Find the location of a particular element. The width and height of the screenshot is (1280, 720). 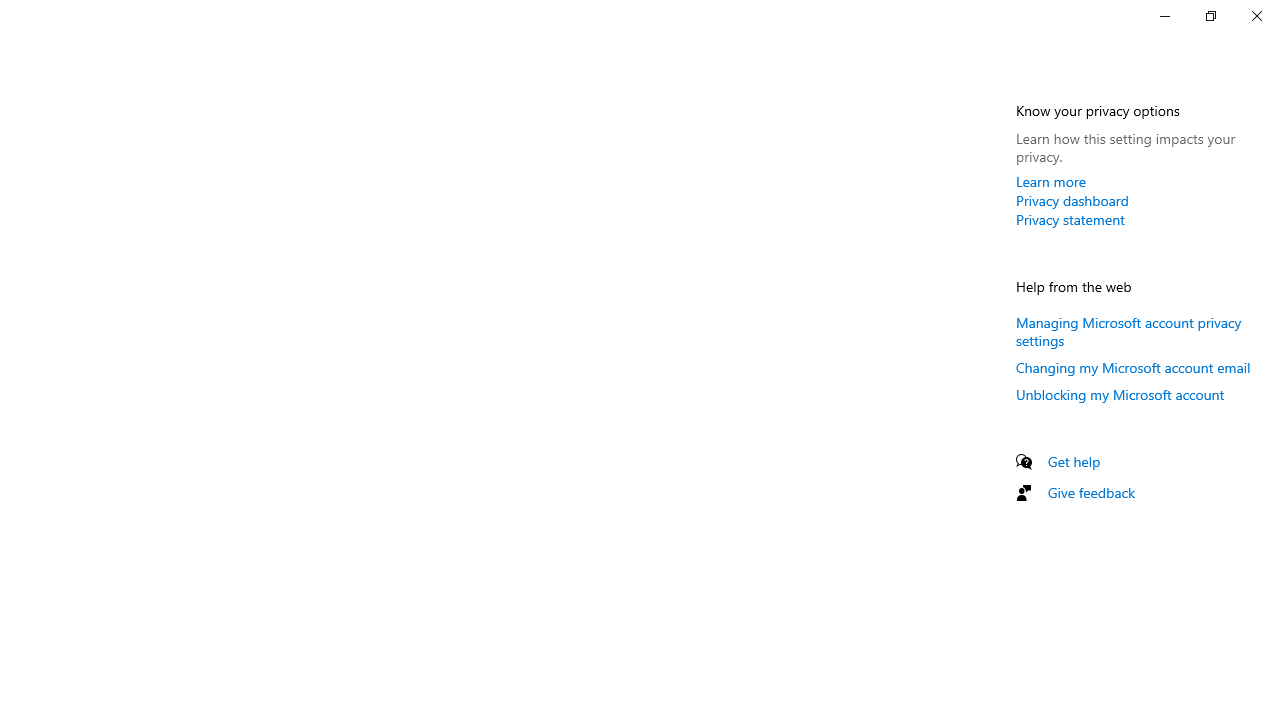

'Give feedback' is located at coordinates (1090, 492).